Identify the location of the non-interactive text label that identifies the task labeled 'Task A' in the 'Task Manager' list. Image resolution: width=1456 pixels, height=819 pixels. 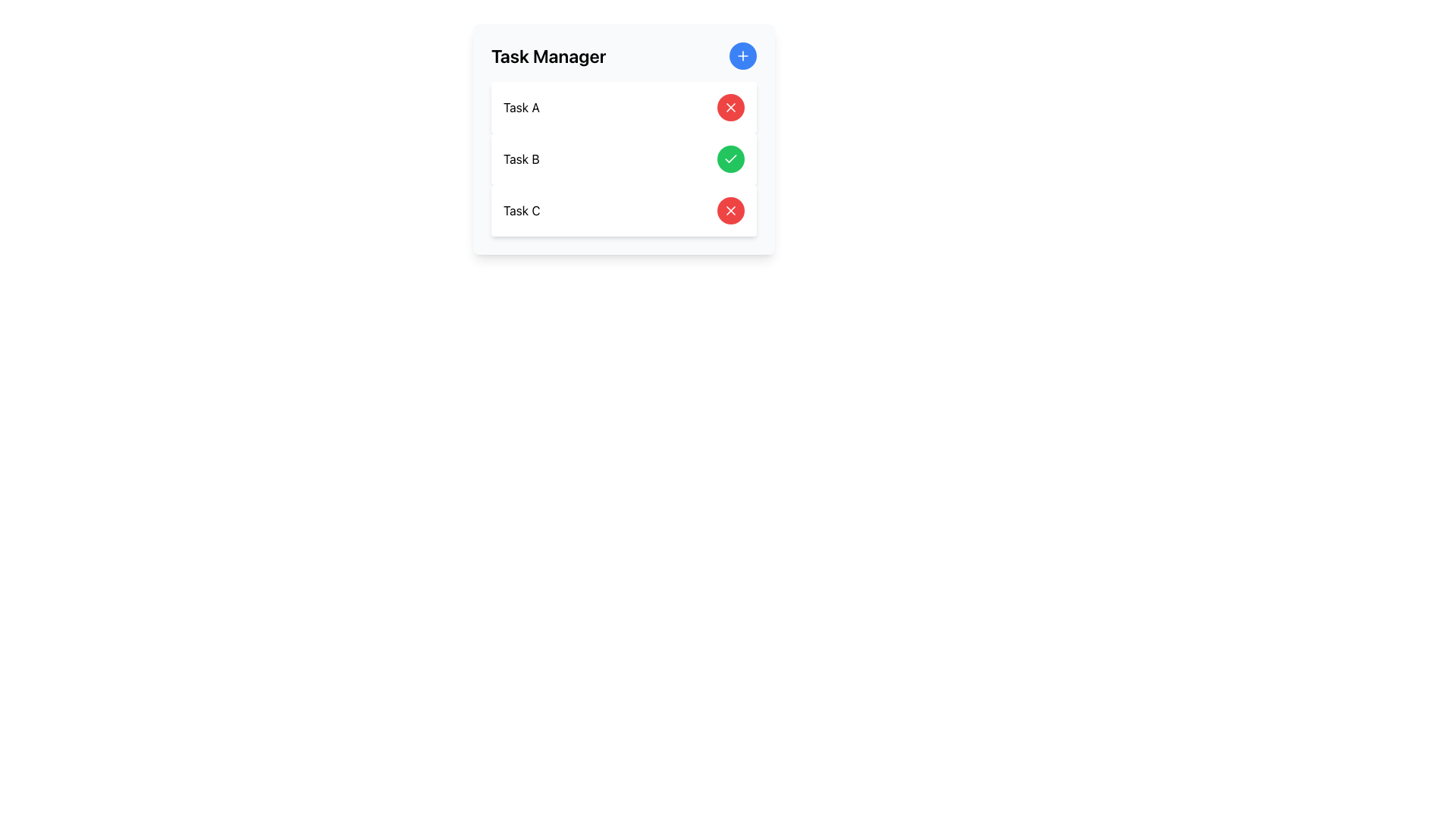
(521, 107).